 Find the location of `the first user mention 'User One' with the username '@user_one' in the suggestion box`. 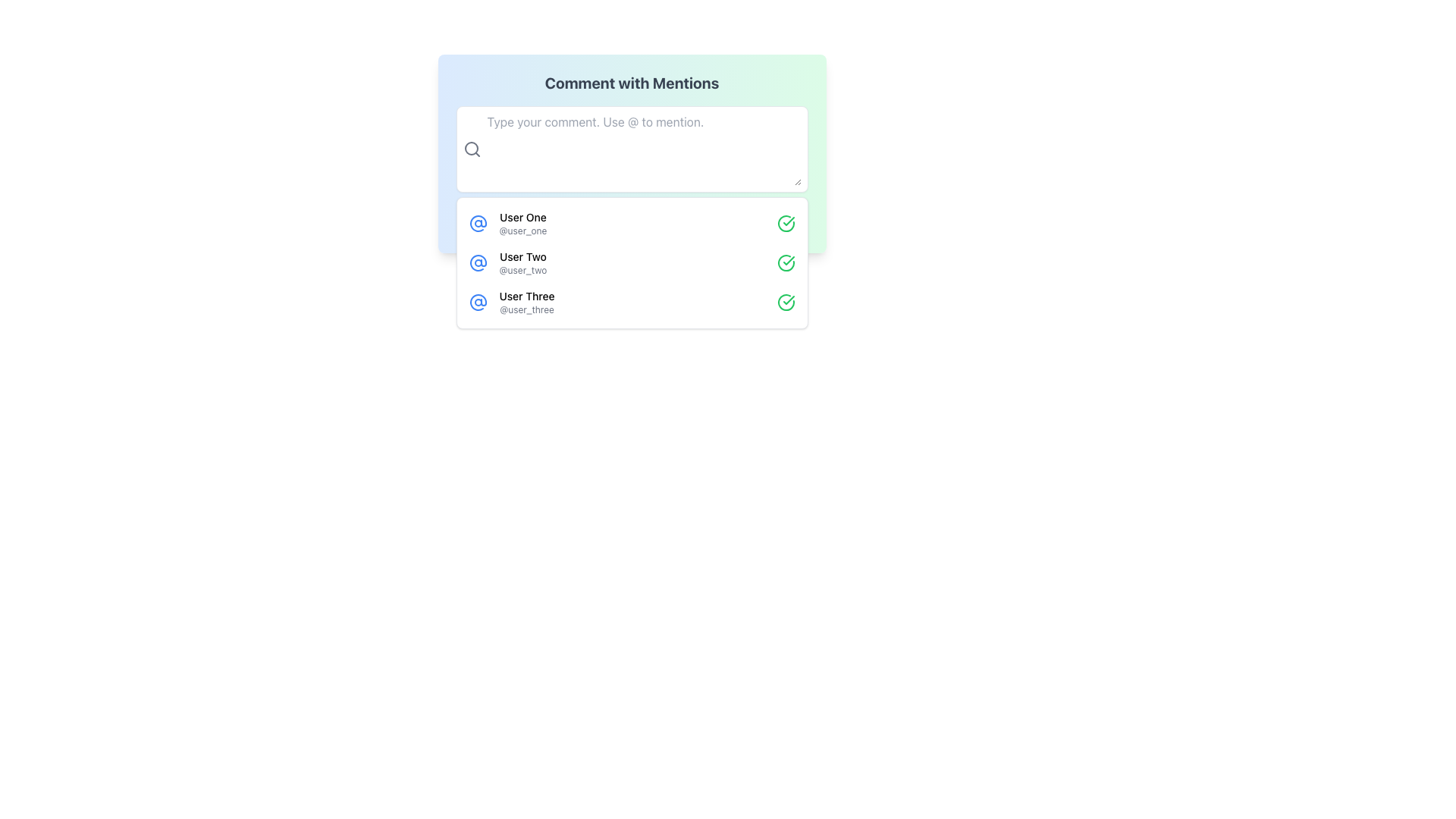

the first user mention 'User One' with the username '@user_one' in the suggestion box is located at coordinates (523, 223).